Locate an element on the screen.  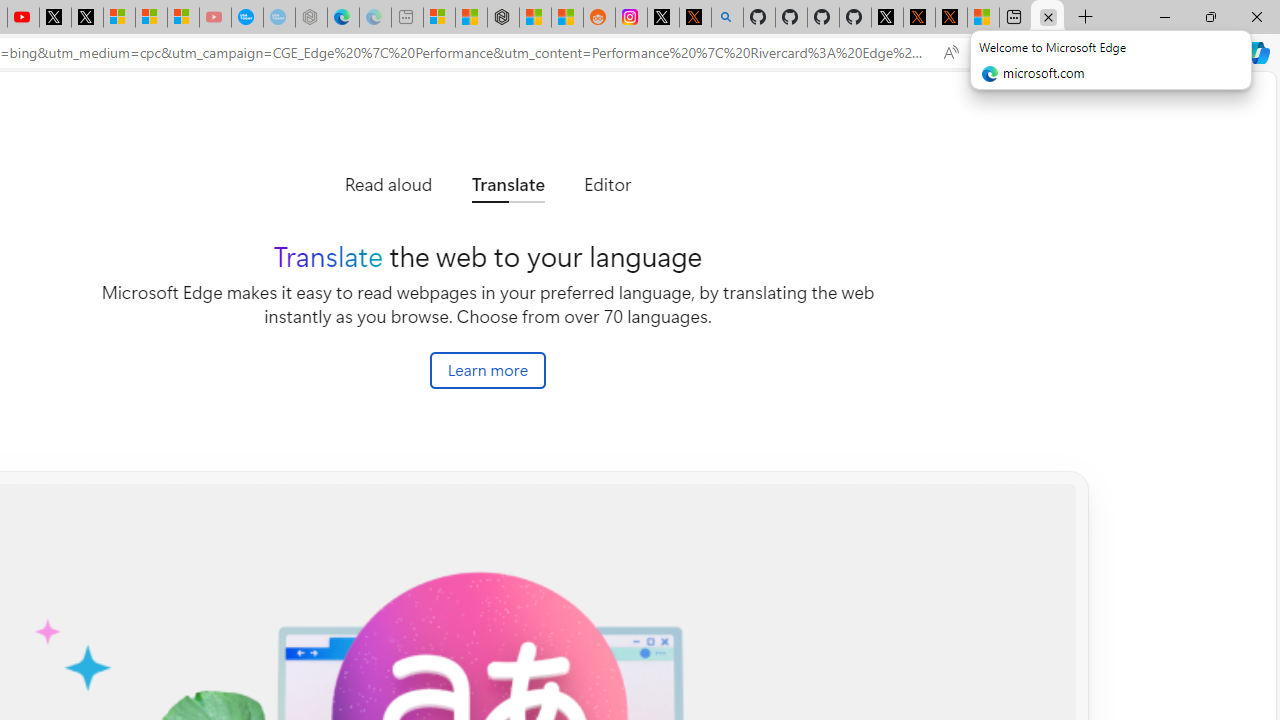
'Shanghai, China Weather trends | Microsoft Weather' is located at coordinates (566, 17).